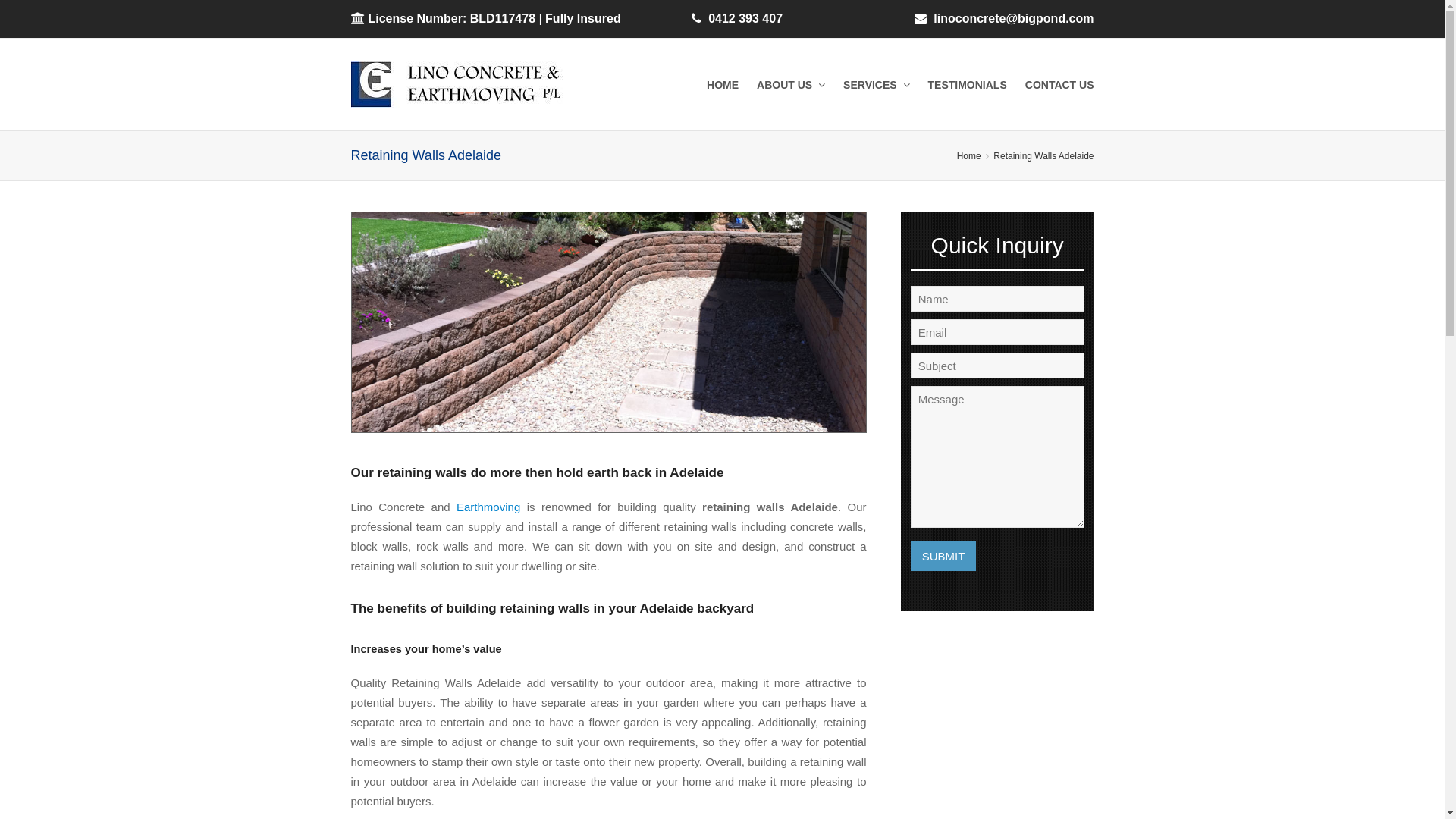 Image resolution: width=1456 pixels, height=819 pixels. What do you see at coordinates (488, 507) in the screenshot?
I see `'Earthmoving'` at bounding box center [488, 507].